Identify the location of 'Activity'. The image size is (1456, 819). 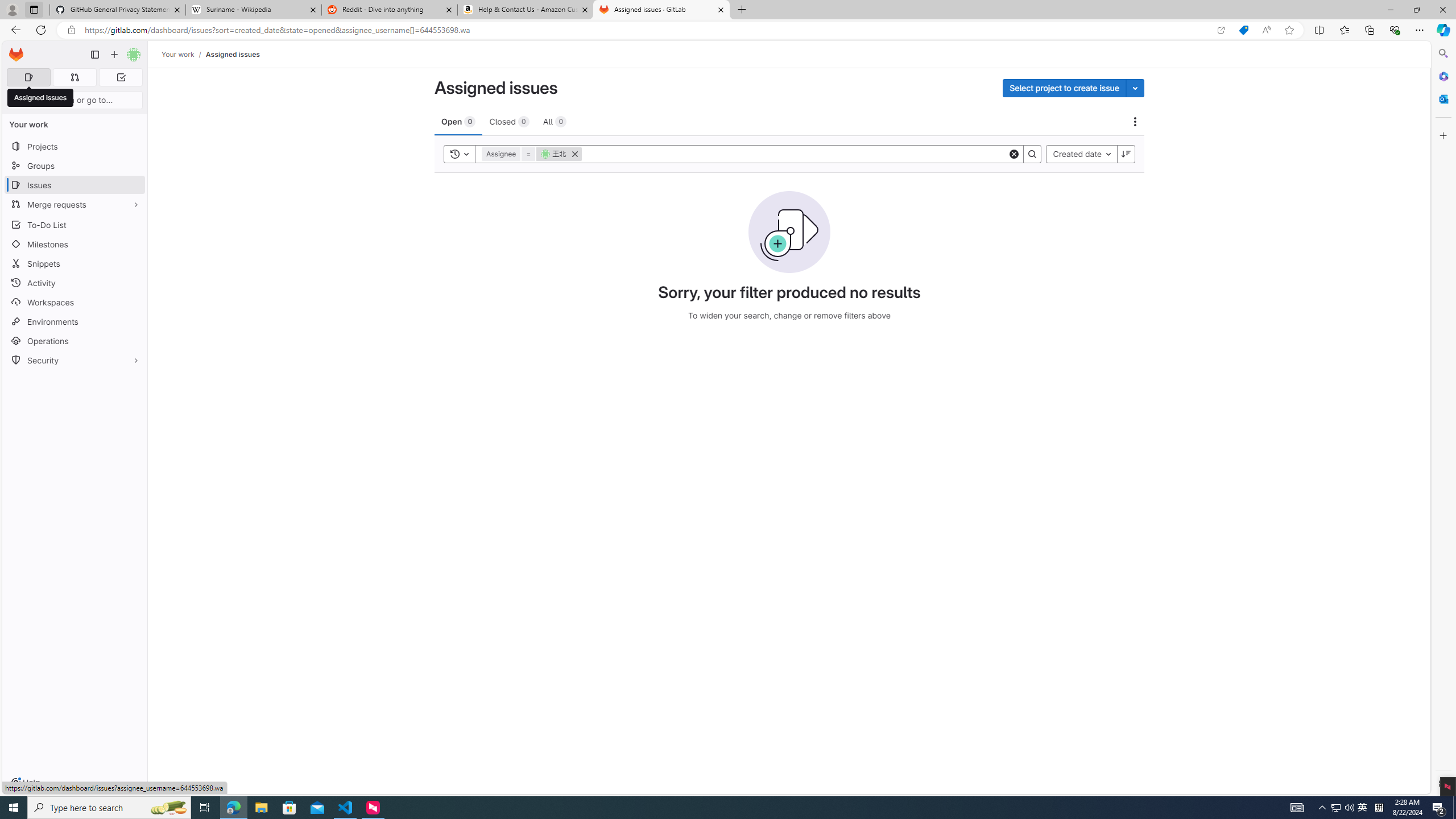
(74, 283).